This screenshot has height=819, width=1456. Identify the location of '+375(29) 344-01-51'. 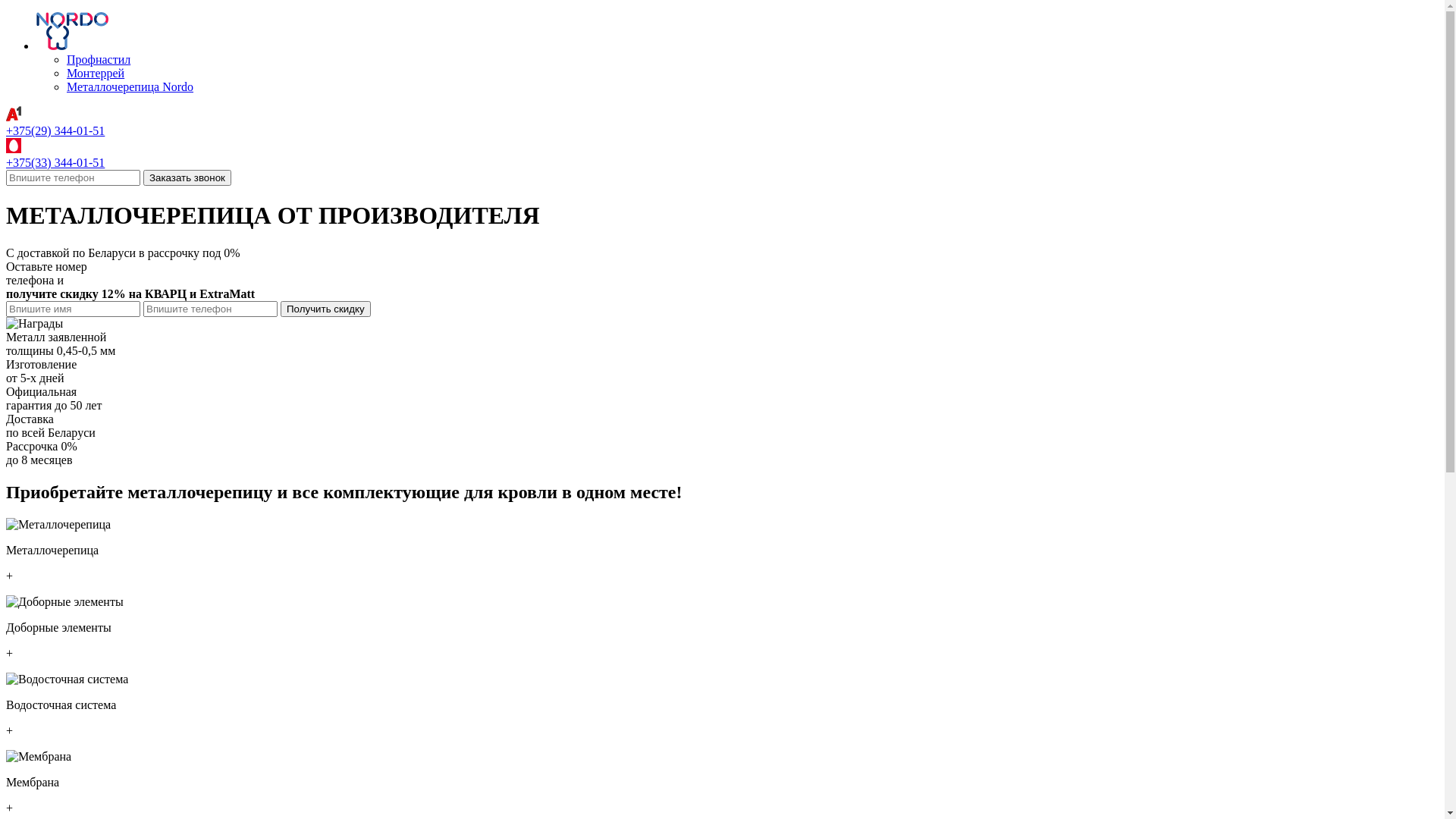
(55, 130).